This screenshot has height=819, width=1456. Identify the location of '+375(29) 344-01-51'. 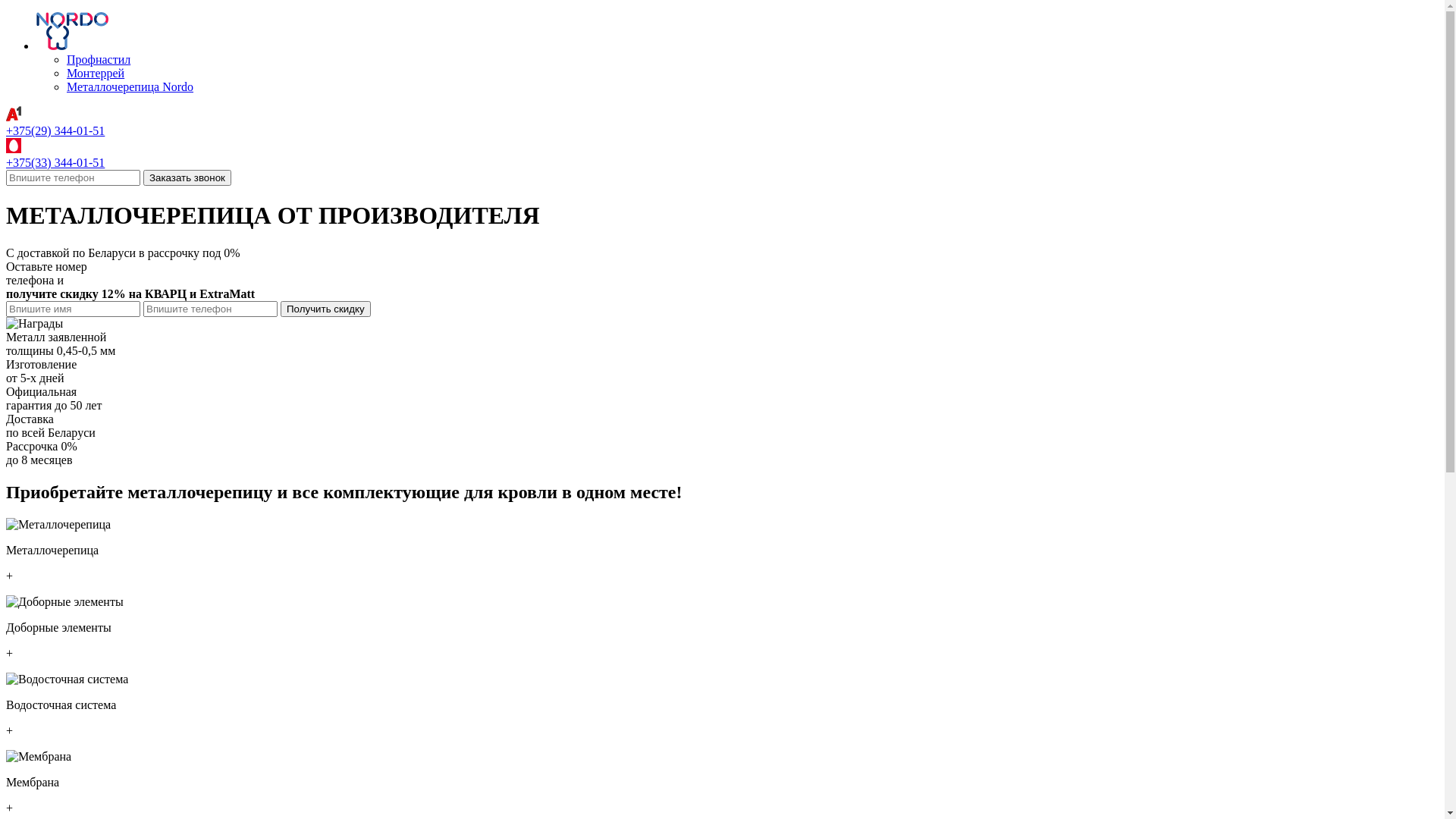
(55, 130).